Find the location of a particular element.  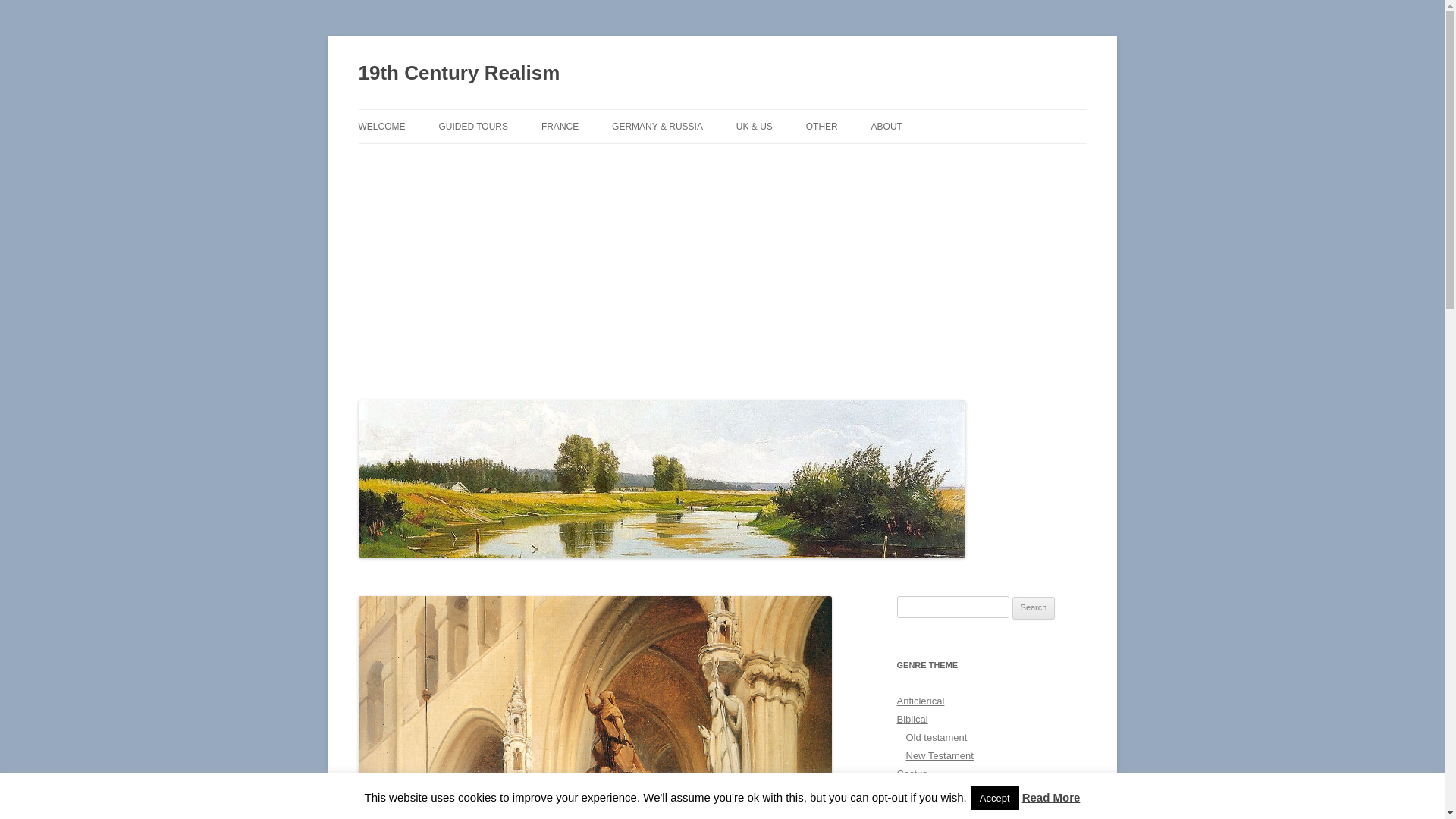

'OTHER' is located at coordinates (821, 125).